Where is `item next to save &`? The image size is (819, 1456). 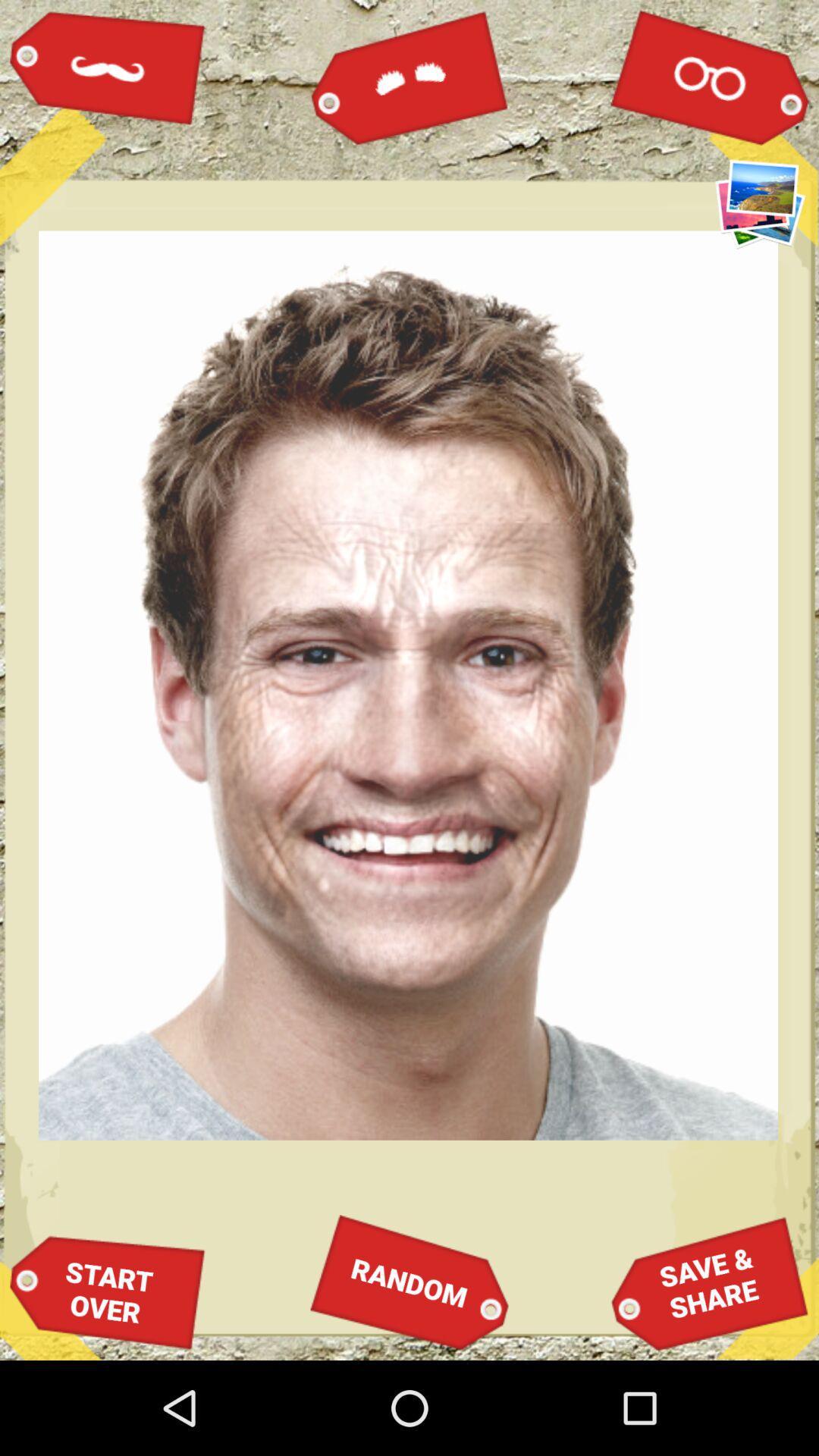 item next to save & is located at coordinates (409, 1282).